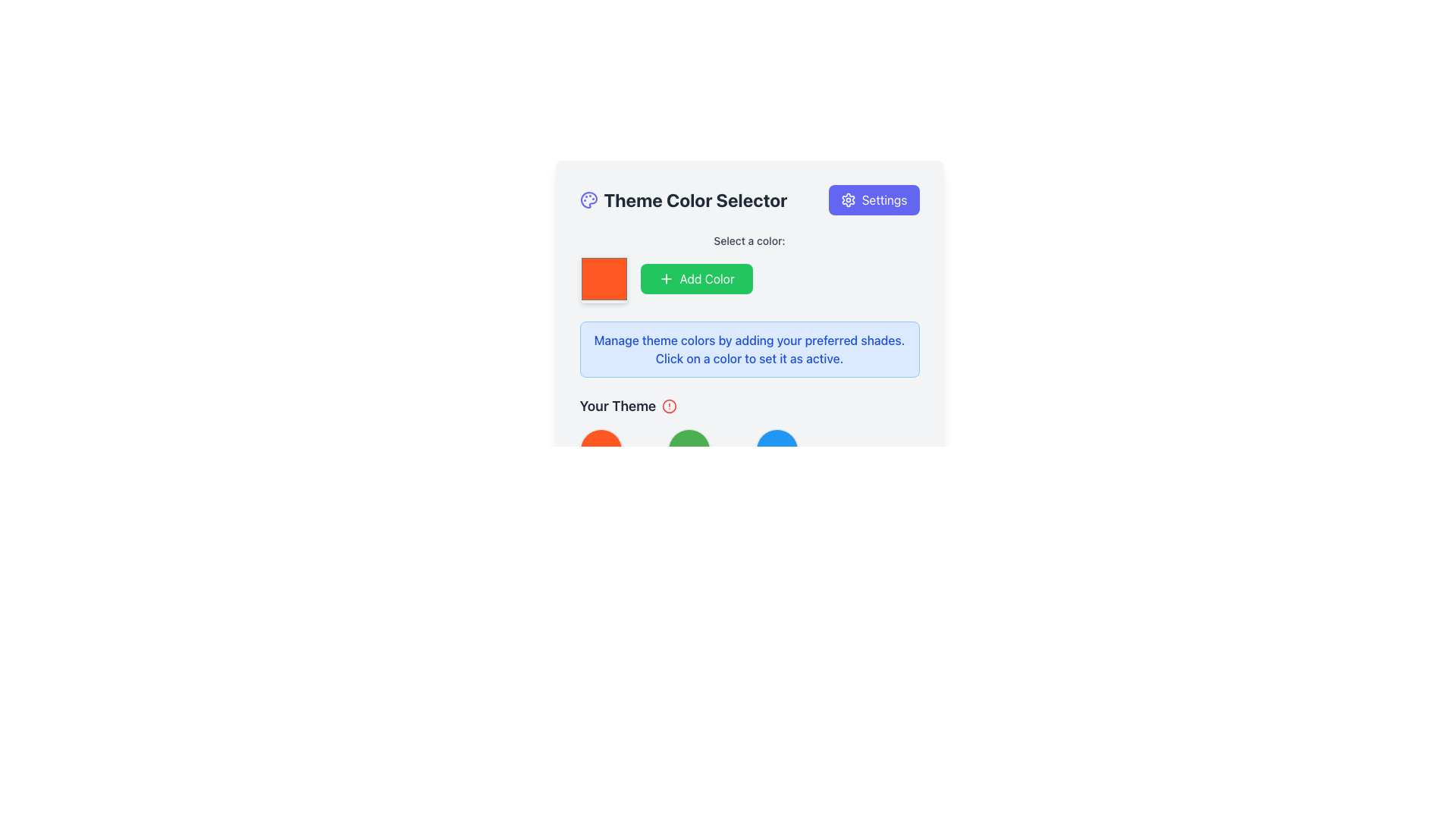  What do you see at coordinates (749, 350) in the screenshot?
I see `informational text block that instructs users on managing theme colors, located in the middle of the interface below the 'Add Color' button and above the 'Your Theme' section` at bounding box center [749, 350].